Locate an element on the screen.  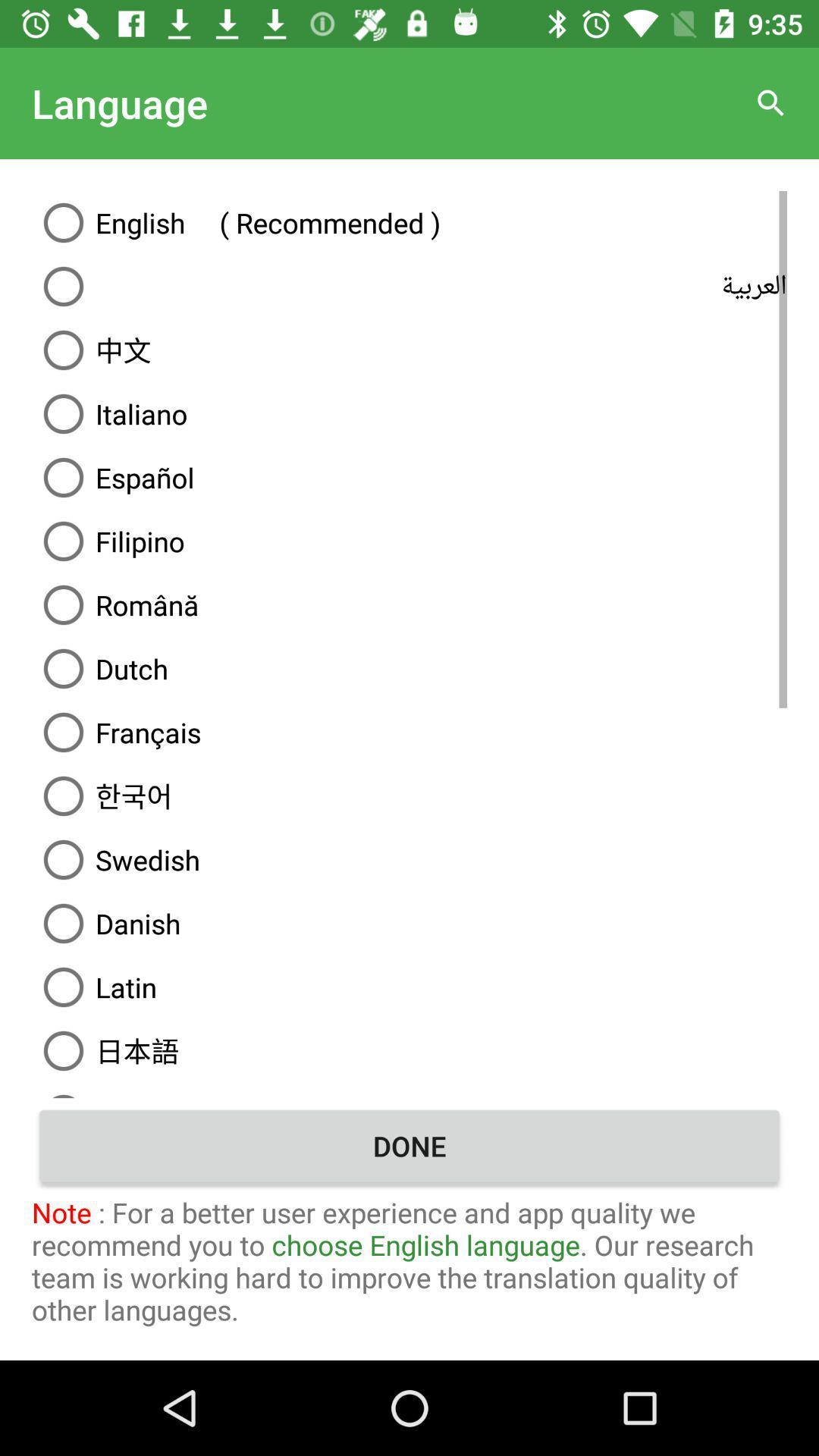
swedish item is located at coordinates (409, 859).